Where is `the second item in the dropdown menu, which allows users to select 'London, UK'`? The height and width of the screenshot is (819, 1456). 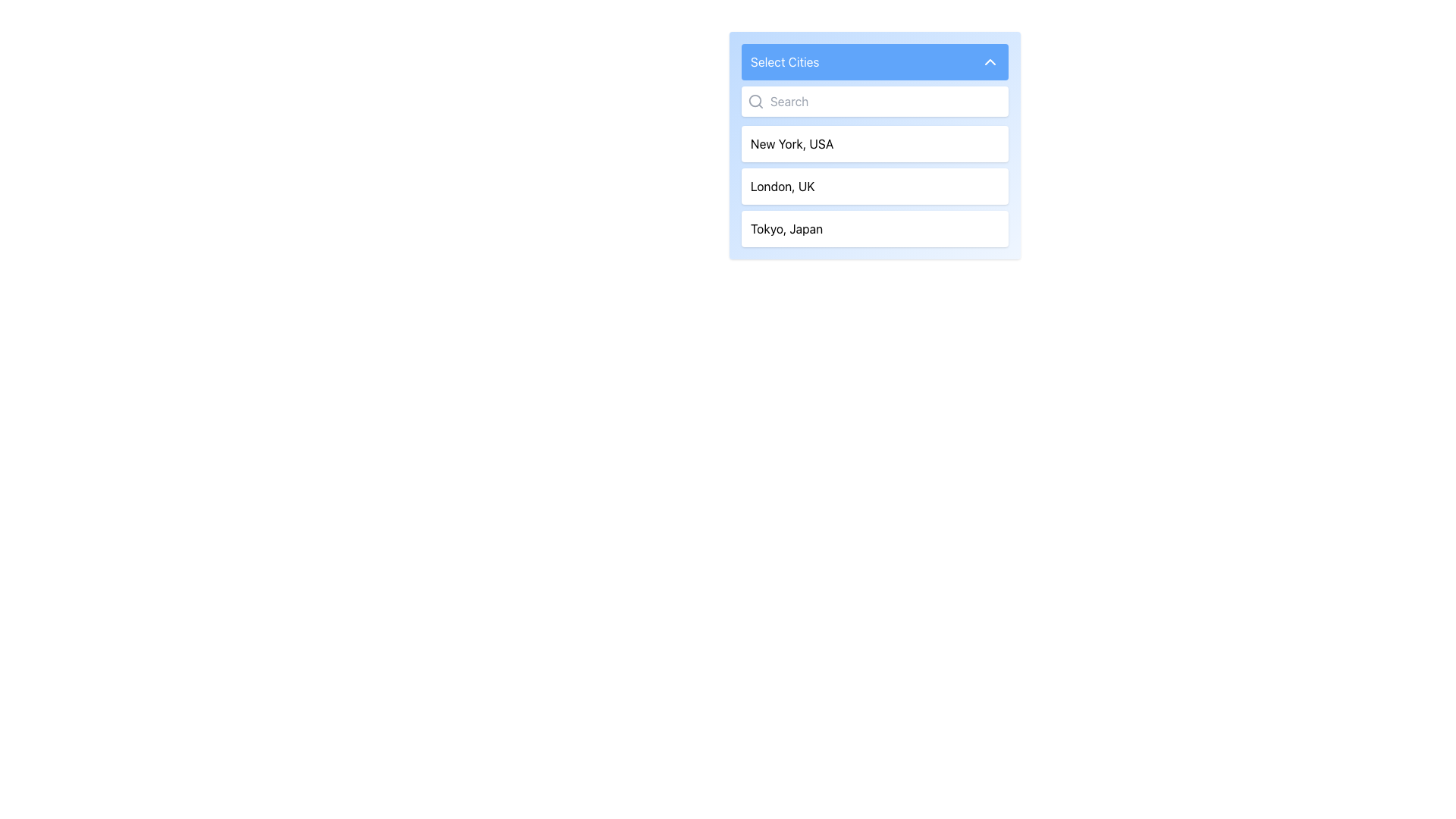 the second item in the dropdown menu, which allows users to select 'London, UK' is located at coordinates (874, 186).